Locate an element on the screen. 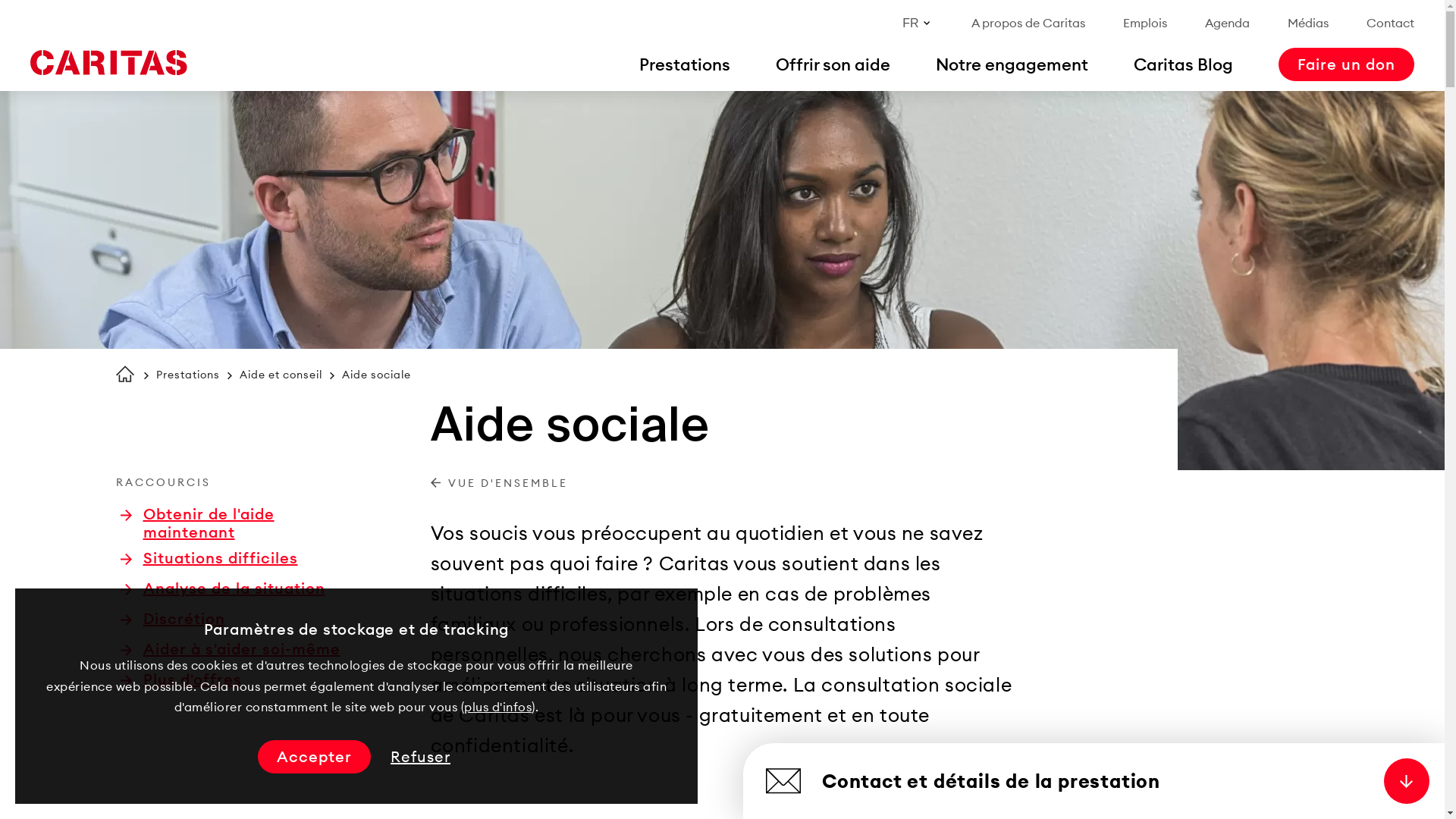 Image resolution: width=1456 pixels, height=819 pixels. 'Prestations' is located at coordinates (187, 375).